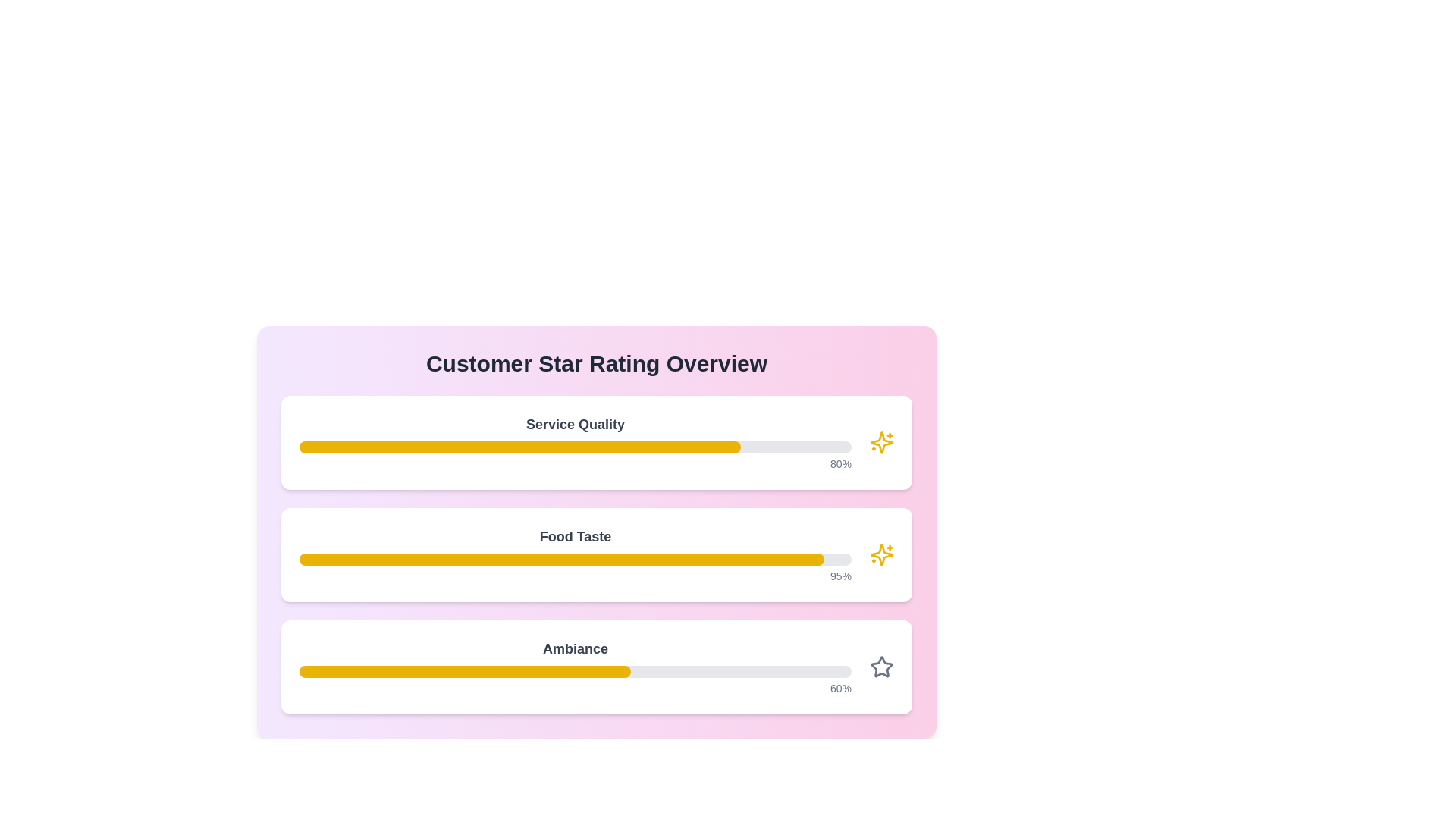 This screenshot has width=1456, height=819. Describe the element at coordinates (881, 555) in the screenshot. I see `the visual indicator icon located in the rightmost portion of the 'Food Taste' section, which complements the progress shown below the text '95%'` at that location.